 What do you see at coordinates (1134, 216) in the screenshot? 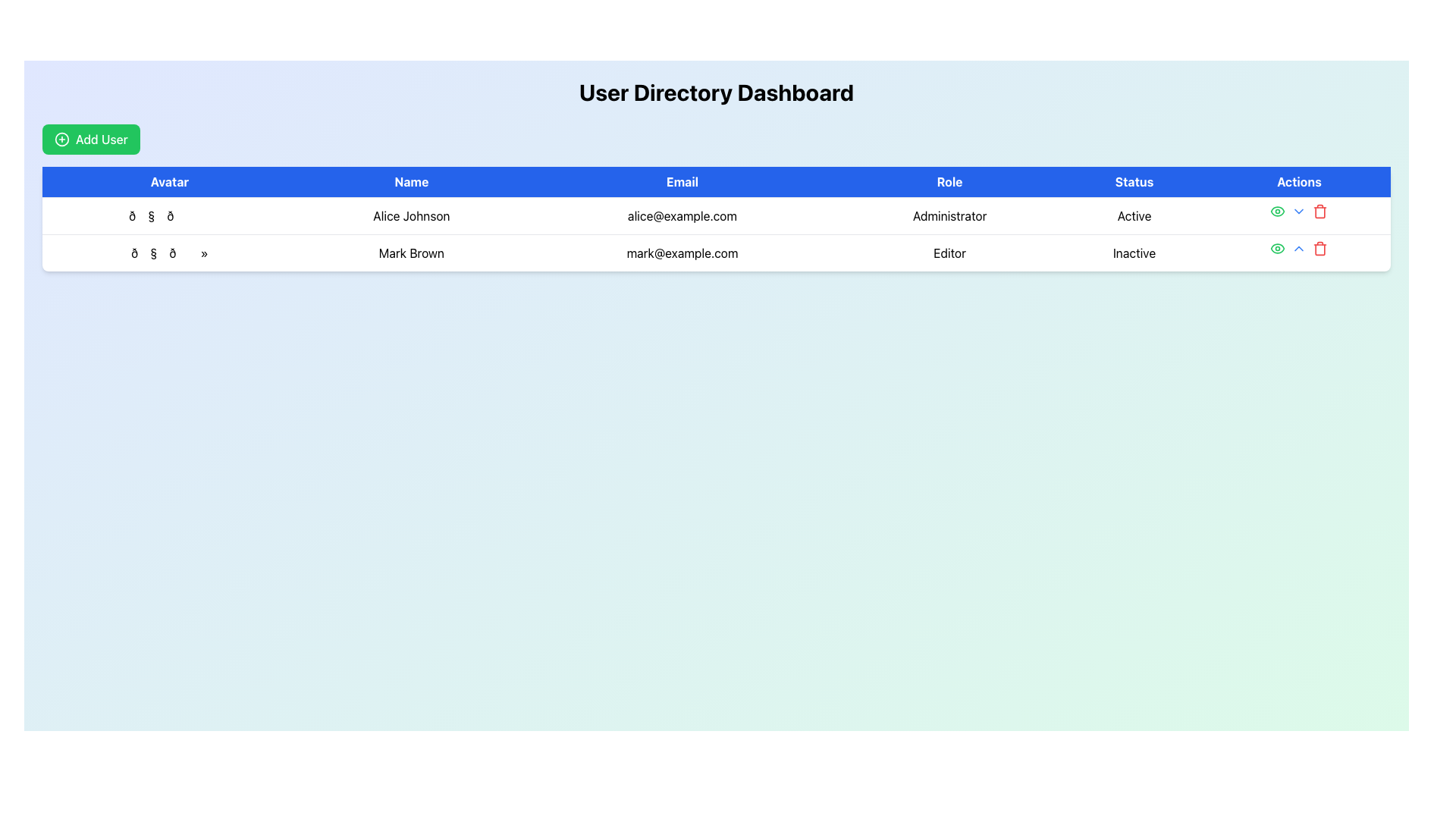
I see `the static text label indicating the status 'Active' for user 'Alice Johnson' in the directory table` at bounding box center [1134, 216].